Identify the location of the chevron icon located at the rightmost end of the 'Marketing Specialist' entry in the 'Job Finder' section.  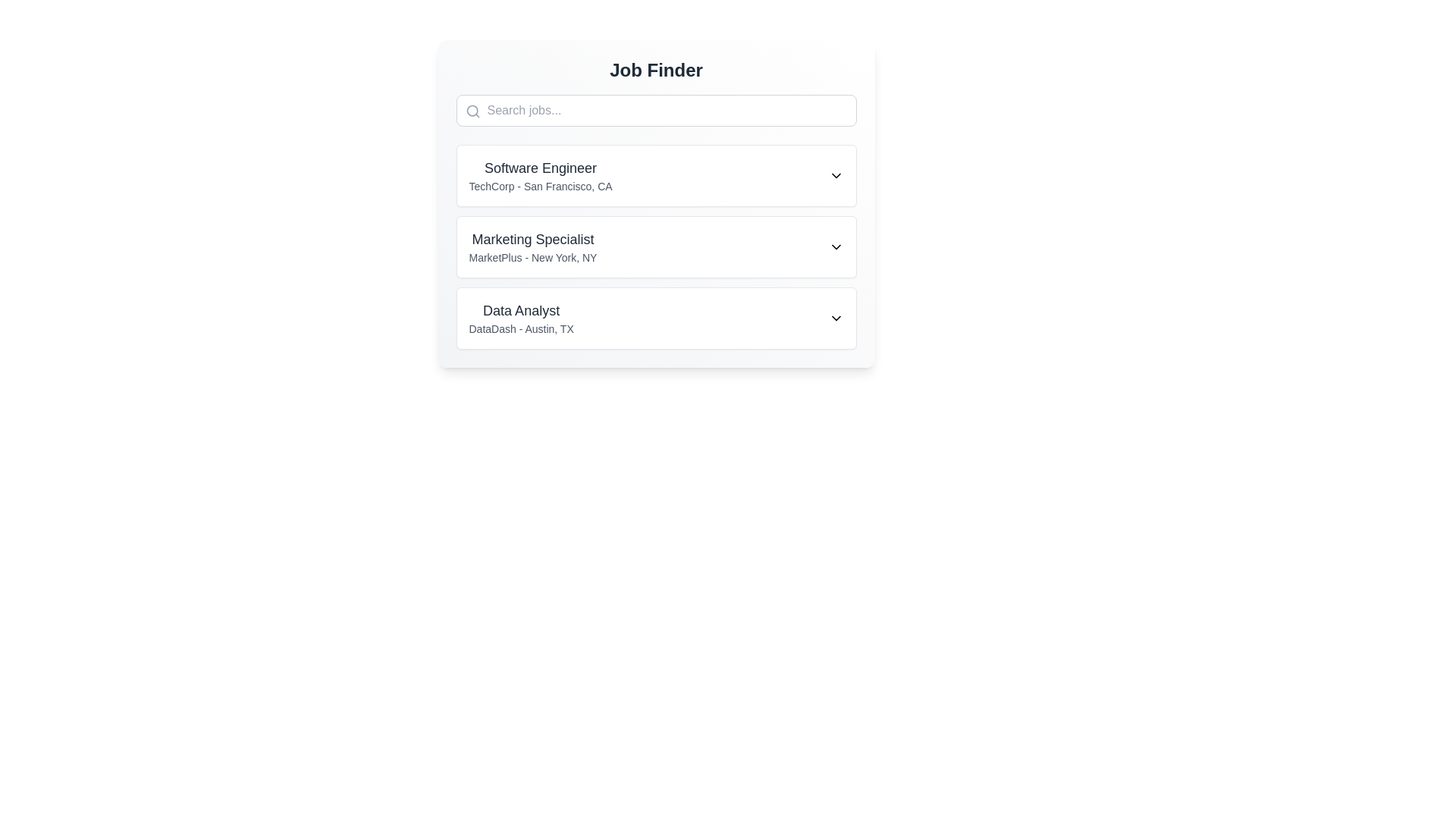
(835, 246).